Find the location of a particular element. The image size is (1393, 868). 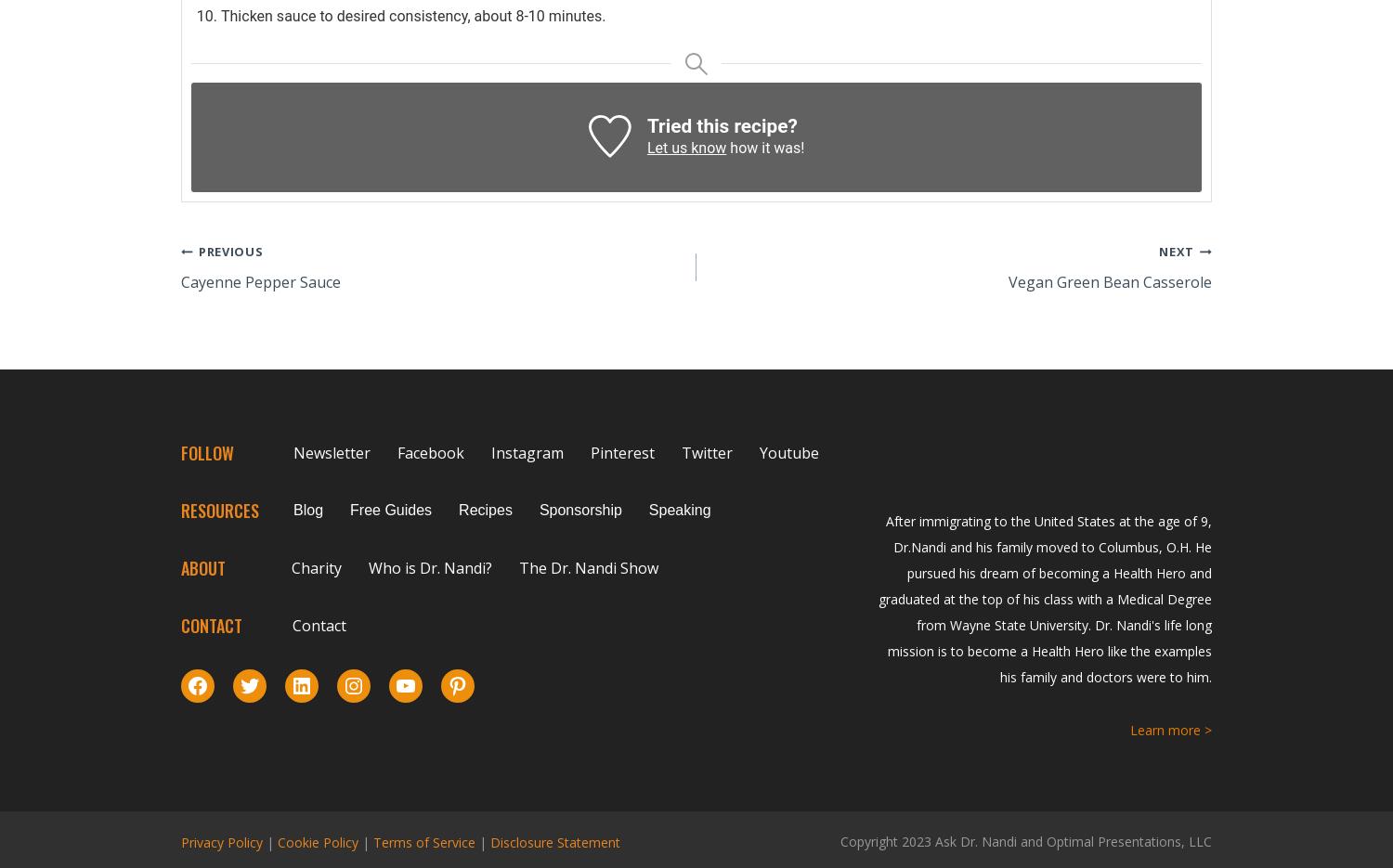

'Let us know' is located at coordinates (685, 148).